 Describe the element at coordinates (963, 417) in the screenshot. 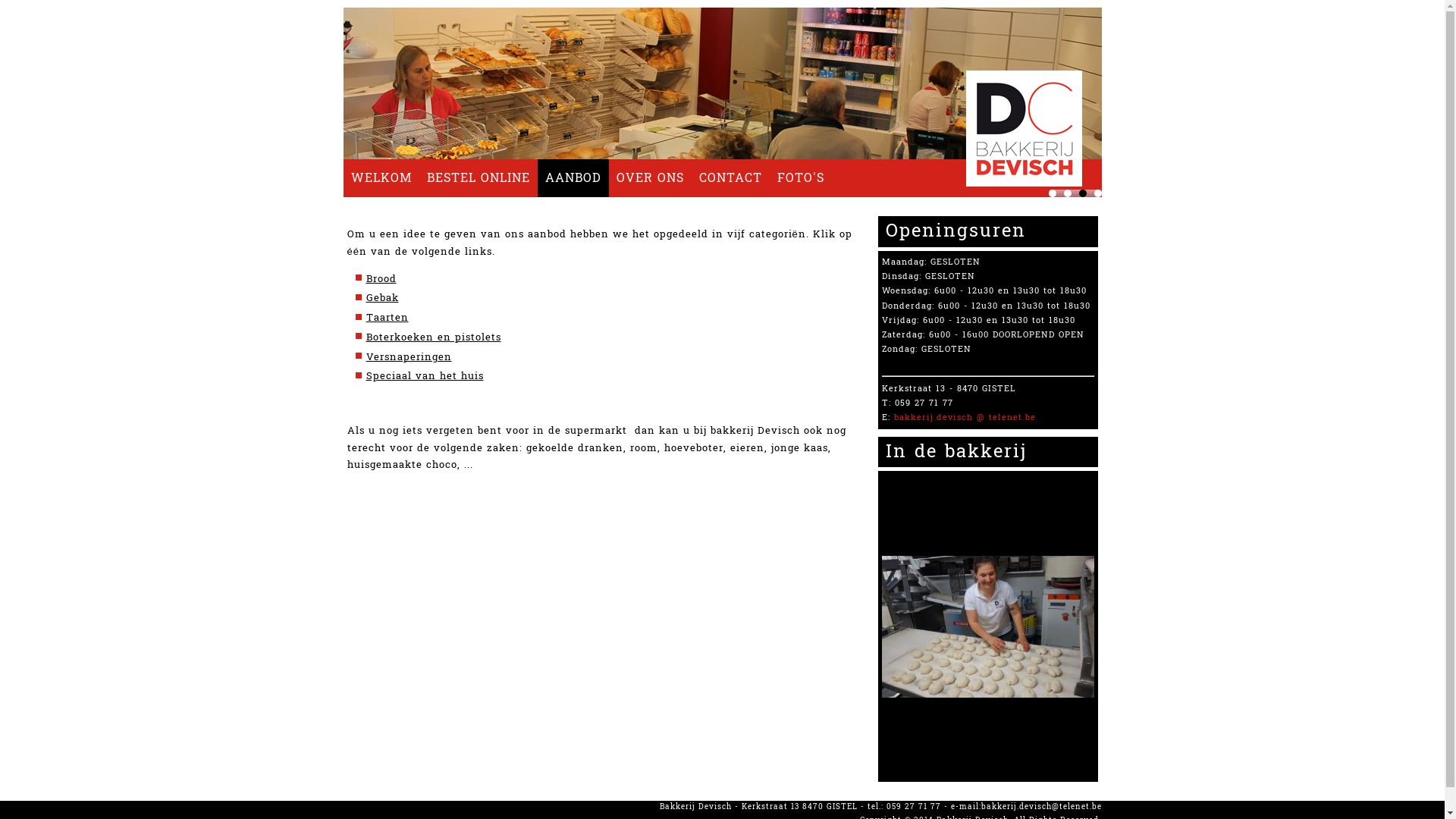

I see `'bakkerij.devisch @ telenet.be'` at that location.